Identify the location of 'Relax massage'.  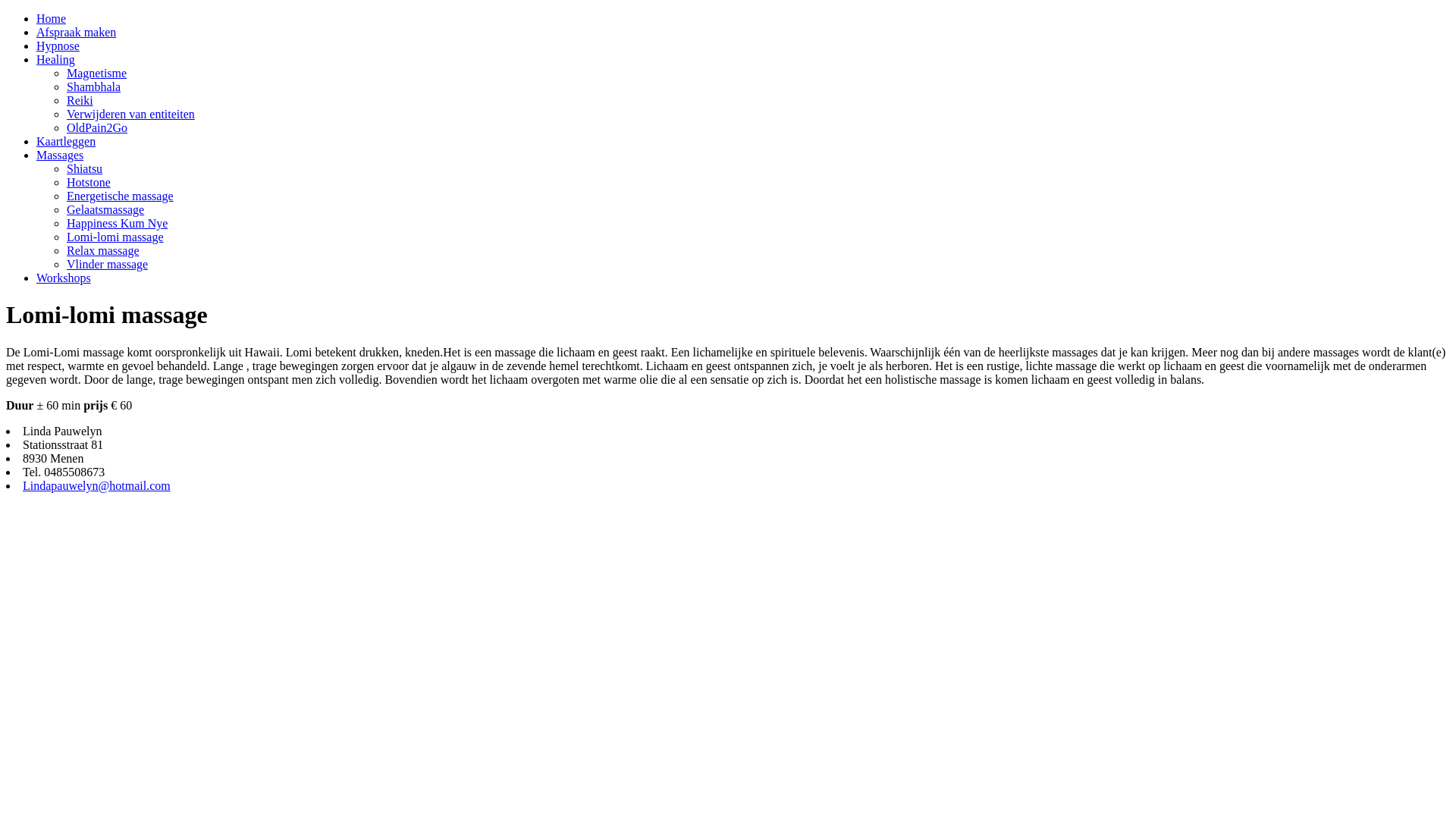
(102, 249).